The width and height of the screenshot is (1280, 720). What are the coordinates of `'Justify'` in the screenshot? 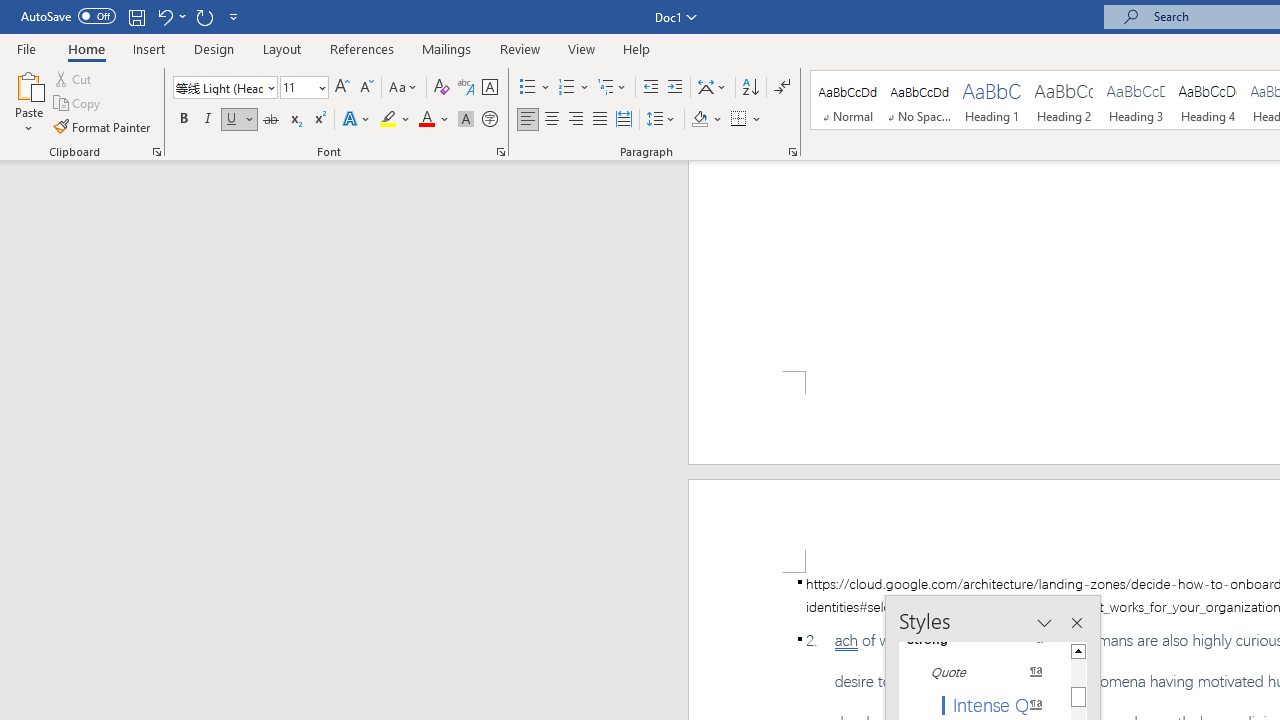 It's located at (598, 119).